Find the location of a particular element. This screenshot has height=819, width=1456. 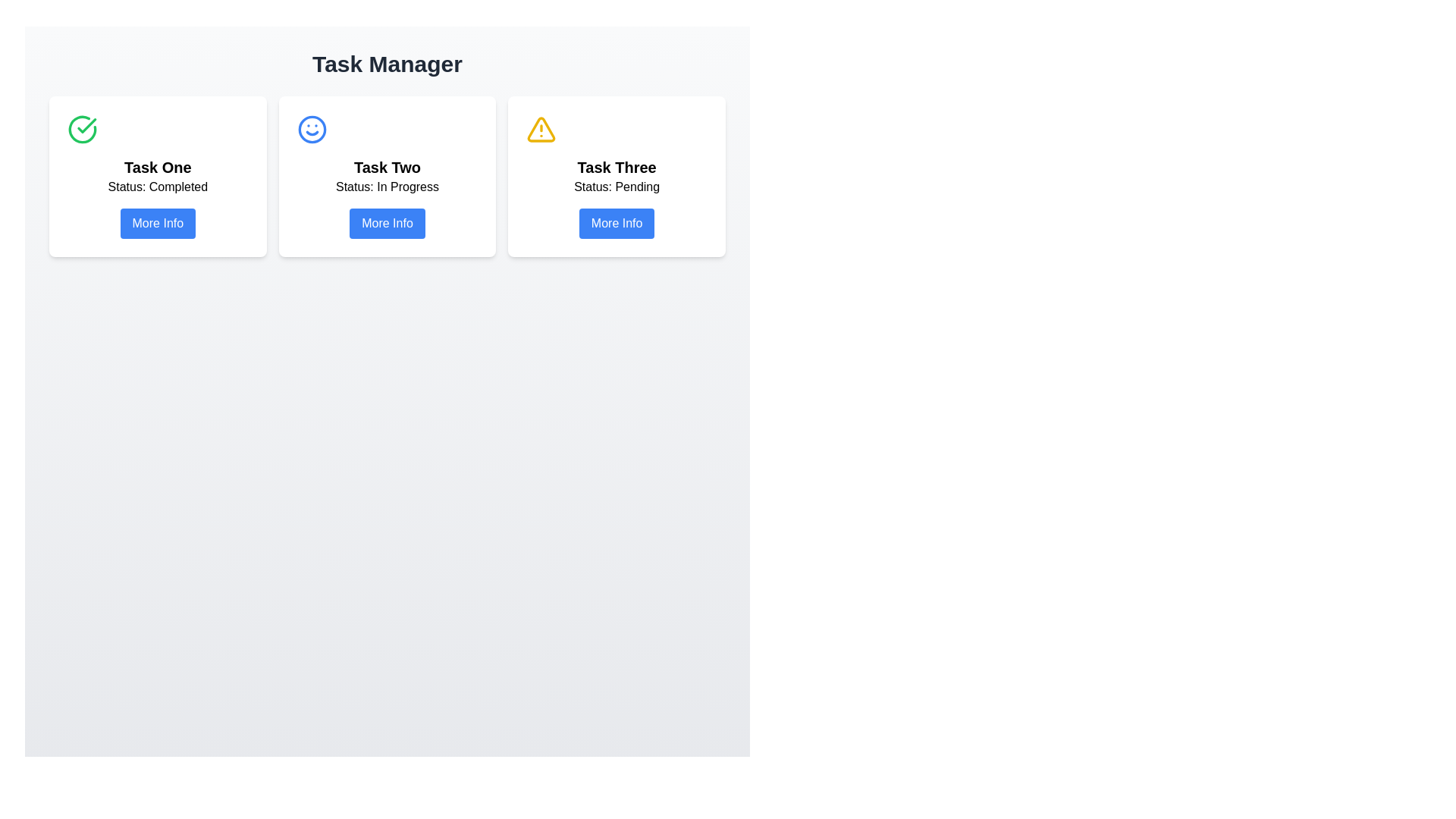

the text label or heading that describes the task in the center card, positioned below the icon and above the status text is located at coordinates (387, 167).